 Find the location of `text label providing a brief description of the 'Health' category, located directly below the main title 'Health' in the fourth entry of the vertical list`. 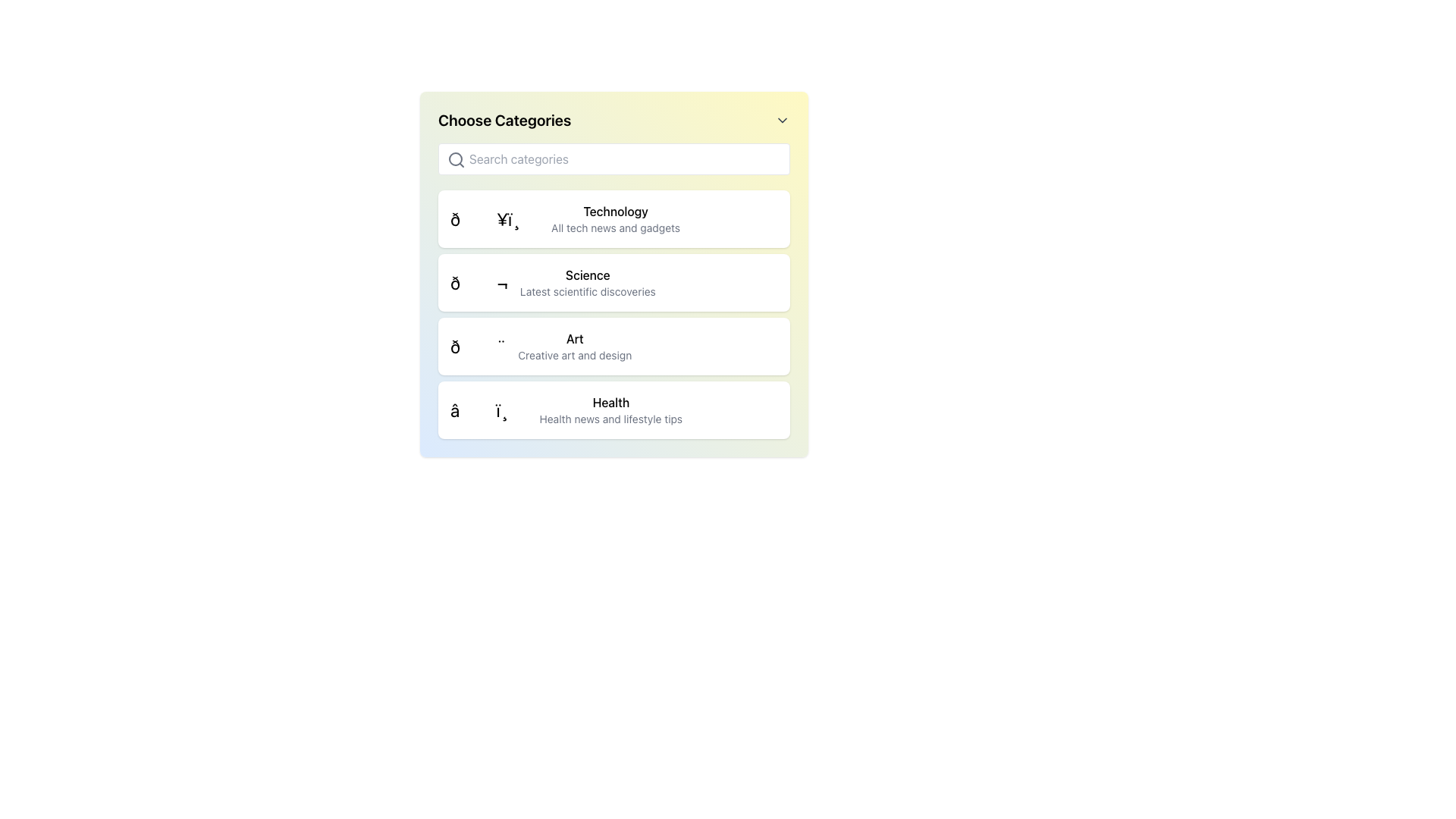

text label providing a brief description of the 'Health' category, located directly below the main title 'Health' in the fourth entry of the vertical list is located at coordinates (610, 419).